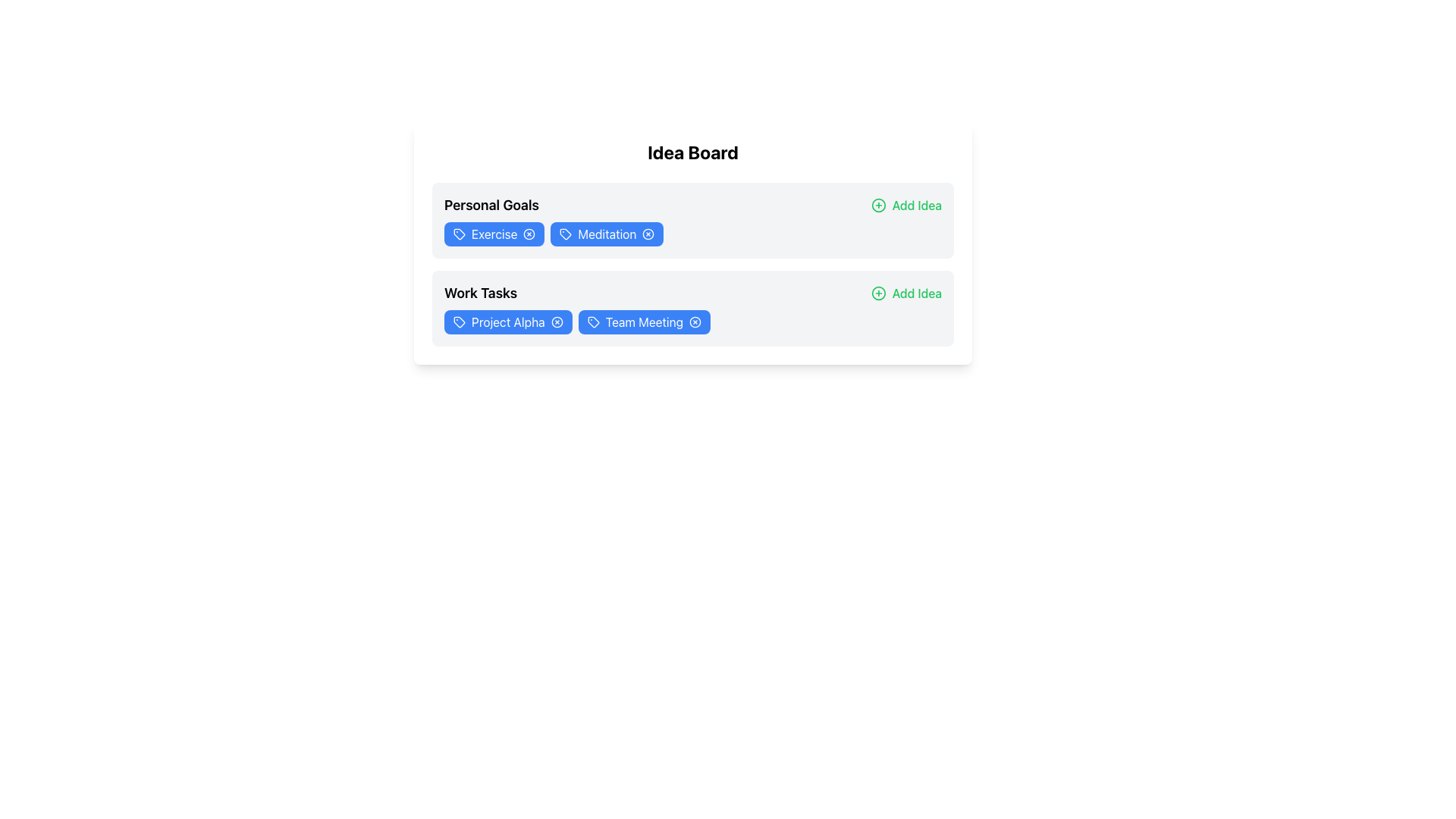  What do you see at coordinates (906, 205) in the screenshot?
I see `the 'Add Idea' button, which features a green circle icon with a white plus sign and a green text label, located in the top-right section of the 'Personal Goals' panel` at bounding box center [906, 205].